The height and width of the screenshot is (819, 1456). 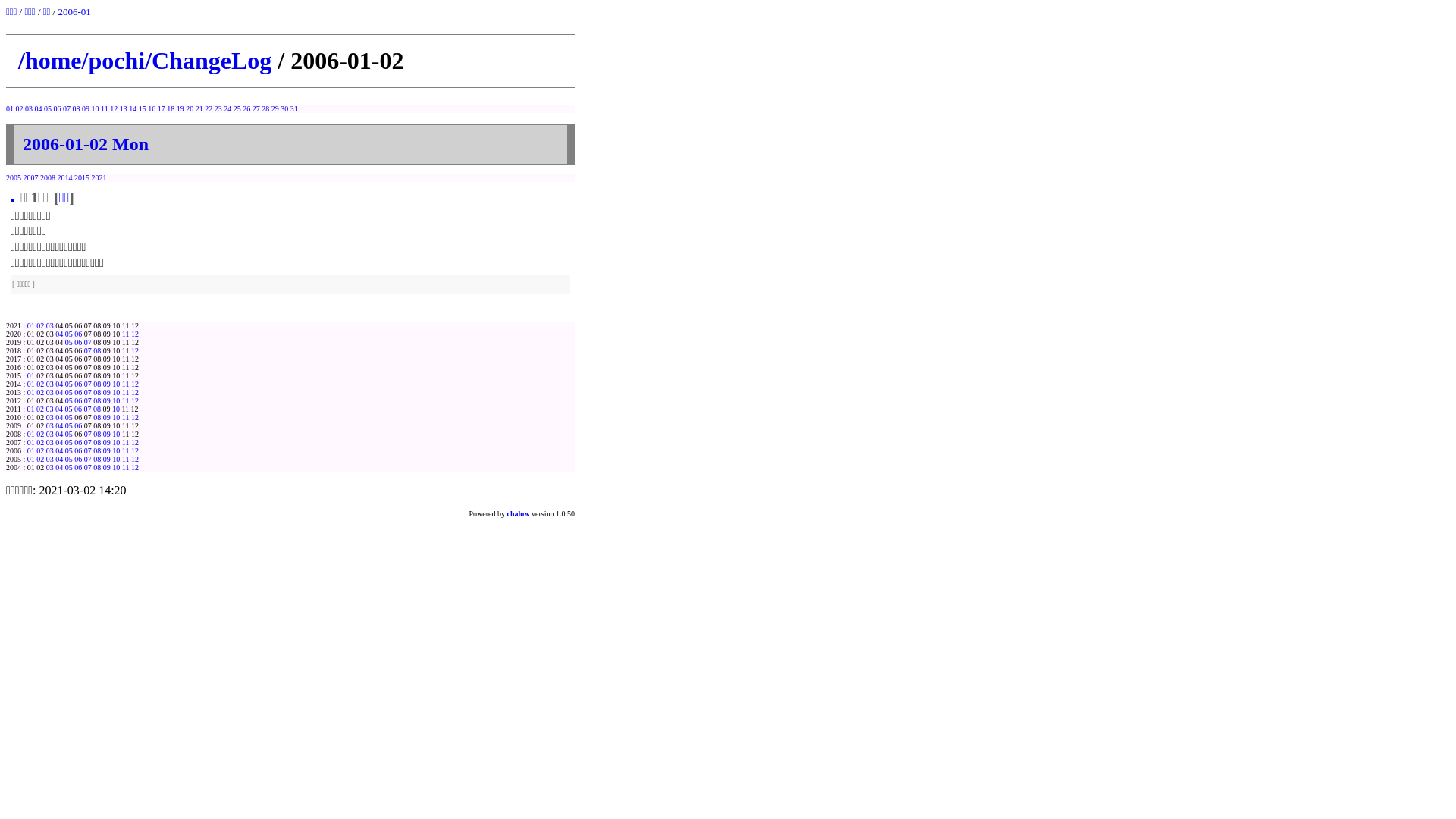 What do you see at coordinates (130, 417) in the screenshot?
I see `'12'` at bounding box center [130, 417].